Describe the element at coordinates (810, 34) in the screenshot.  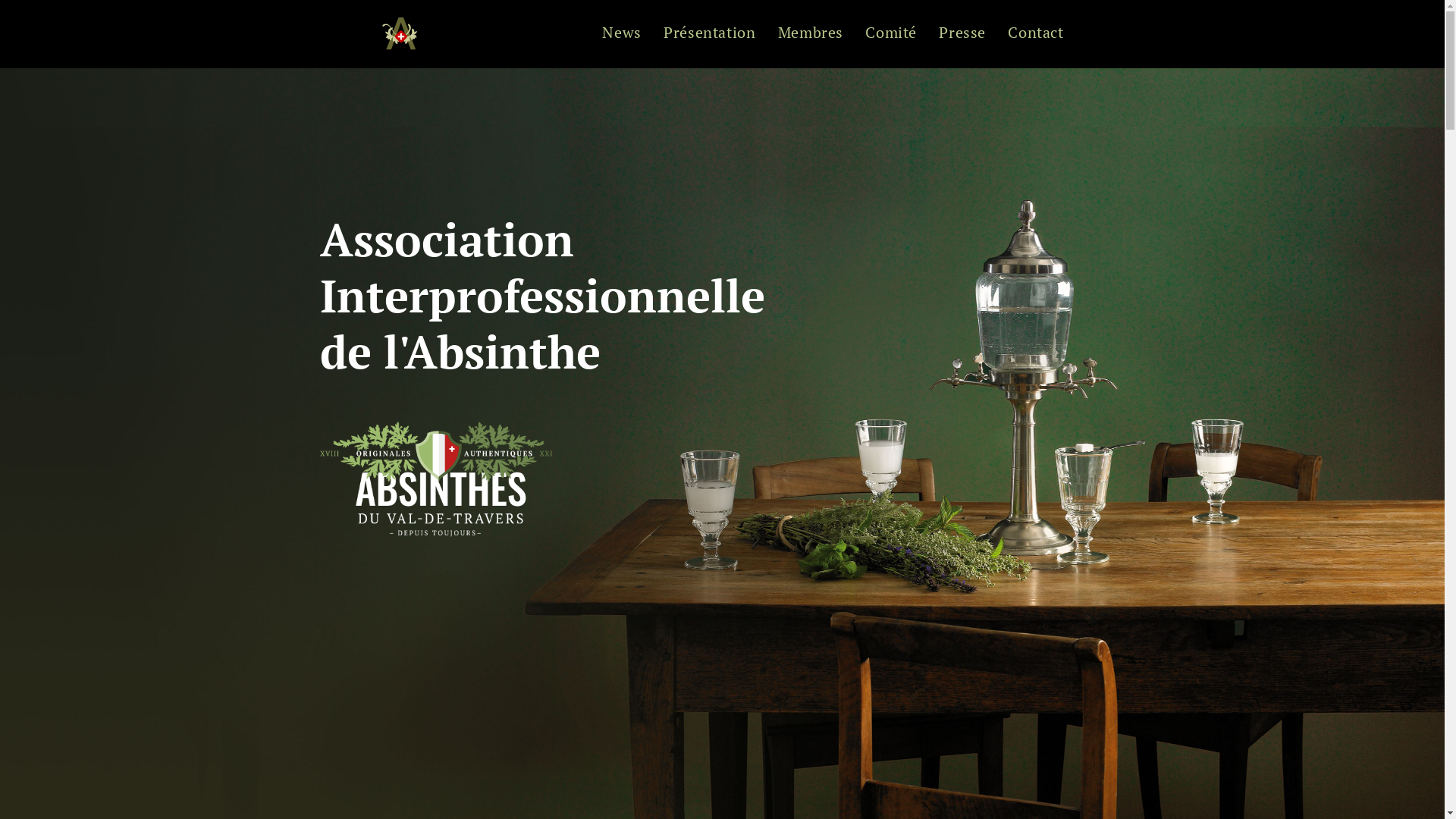
I see `'Membres'` at that location.